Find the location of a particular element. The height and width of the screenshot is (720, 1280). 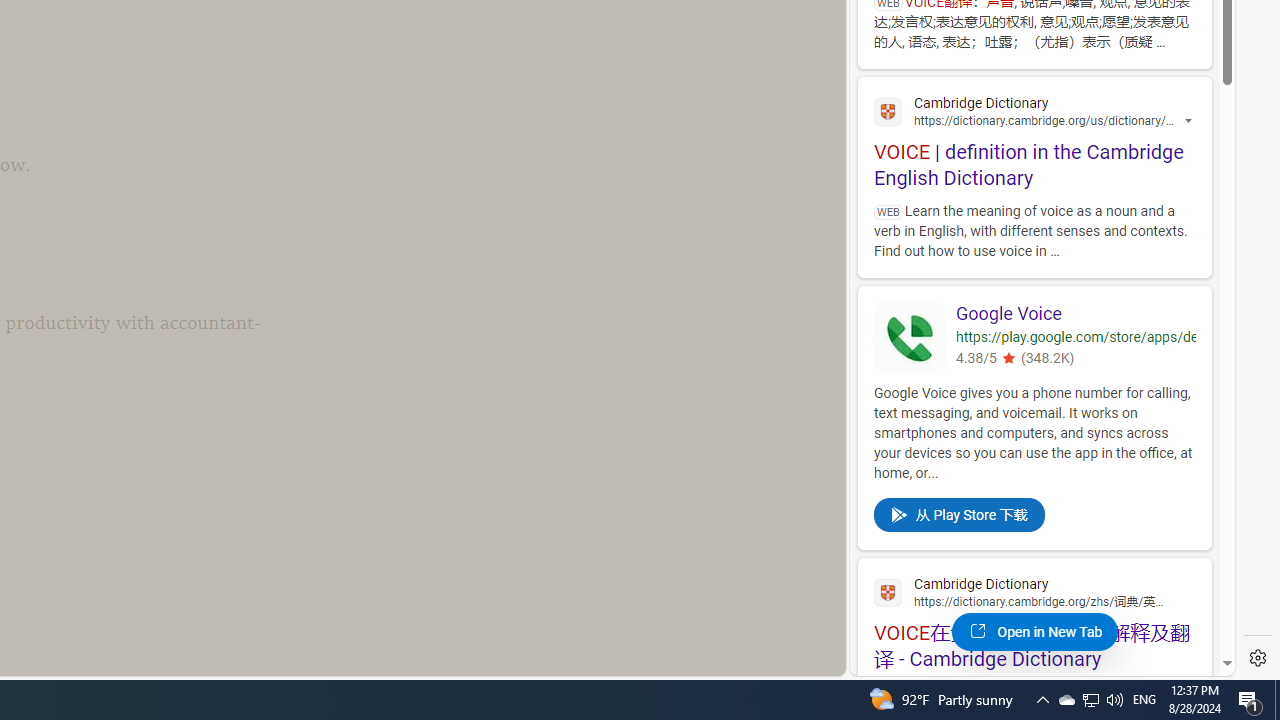

'VOICE | definition in the Cambridge English Dictionary' is located at coordinates (1034, 138).